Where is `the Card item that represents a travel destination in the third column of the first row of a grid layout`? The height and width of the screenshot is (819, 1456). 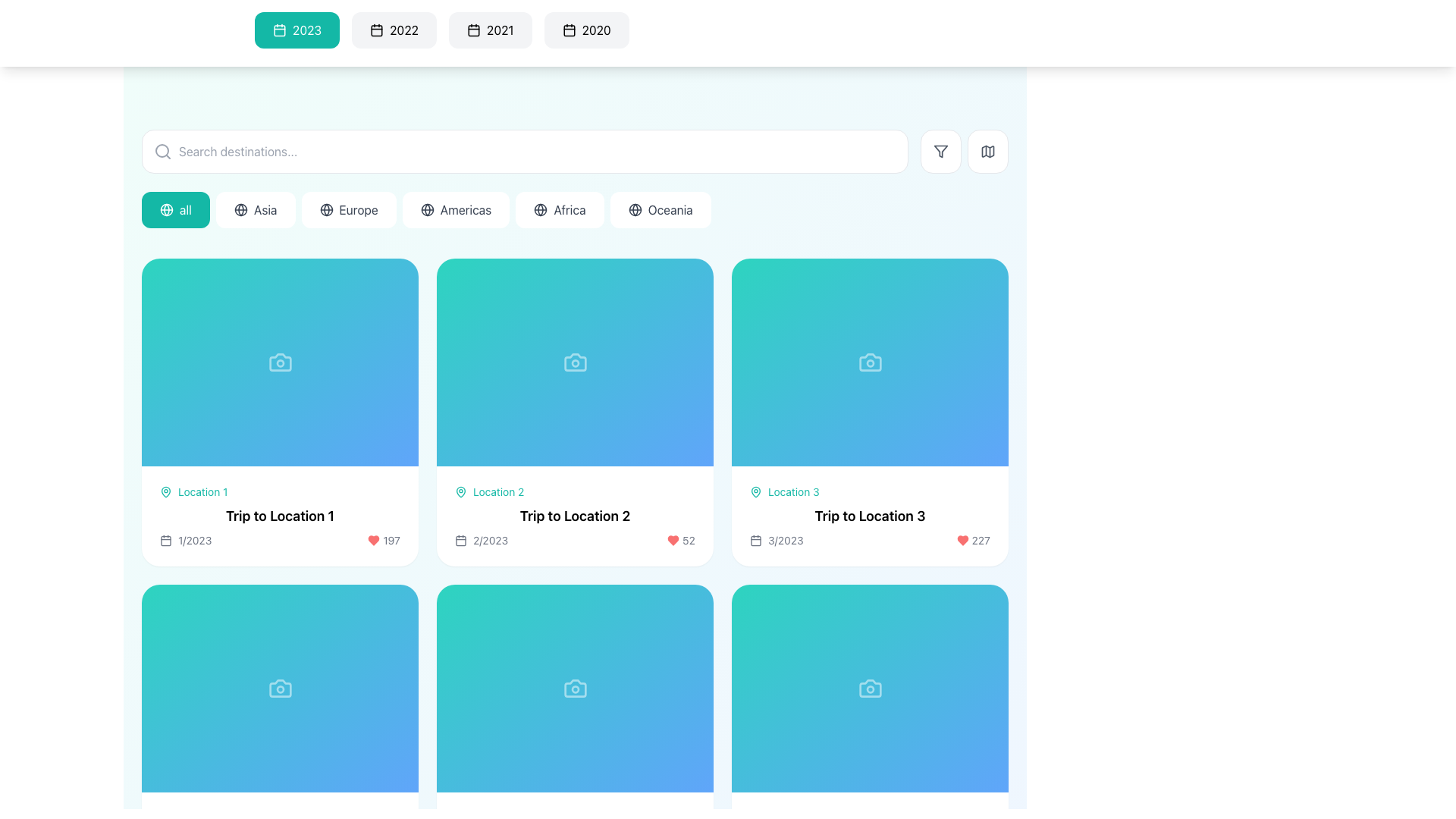
the Card item that represents a travel destination in the third column of the first row of a grid layout is located at coordinates (870, 412).